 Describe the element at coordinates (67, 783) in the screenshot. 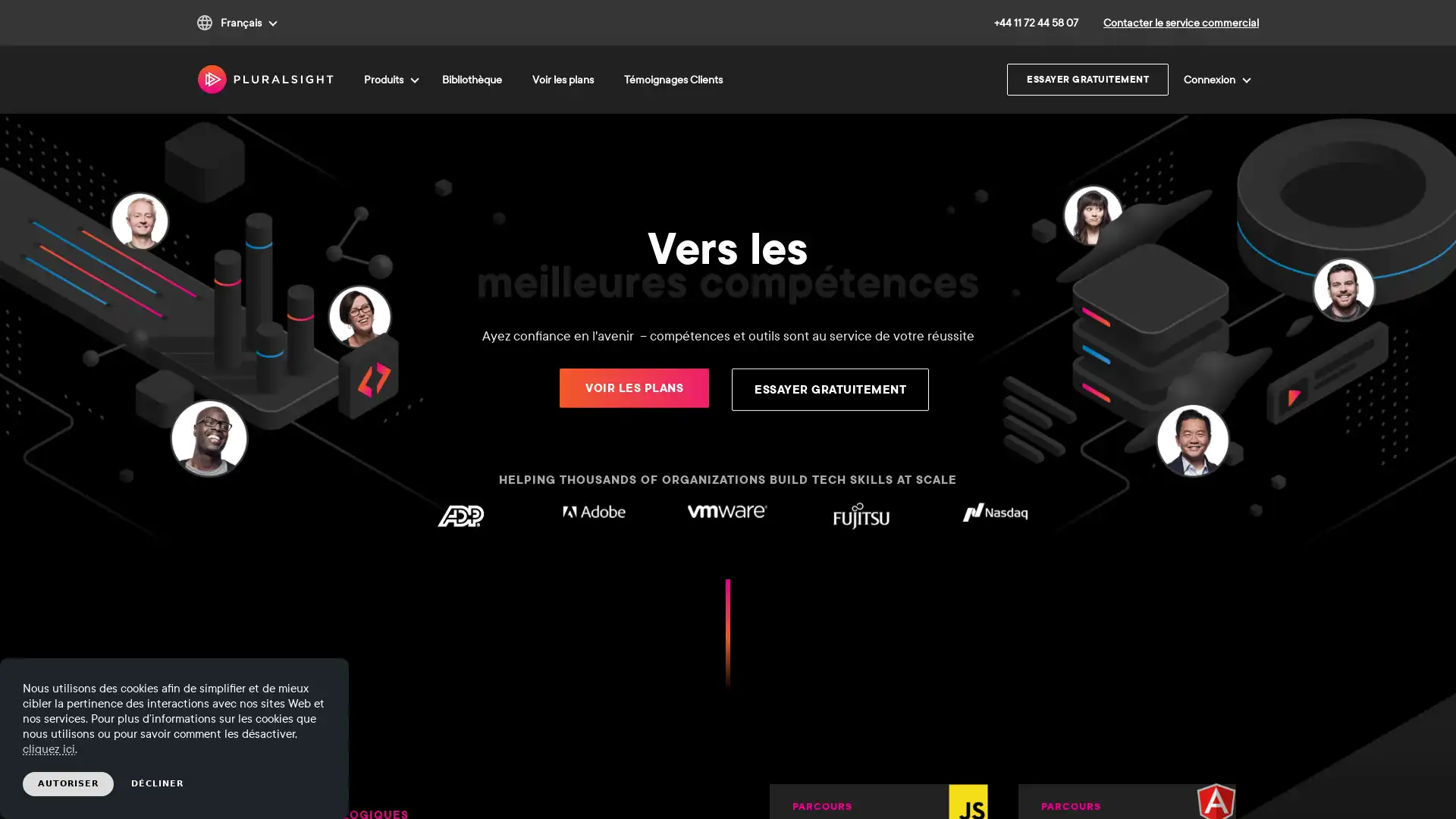

I see `AUTORISER` at that location.